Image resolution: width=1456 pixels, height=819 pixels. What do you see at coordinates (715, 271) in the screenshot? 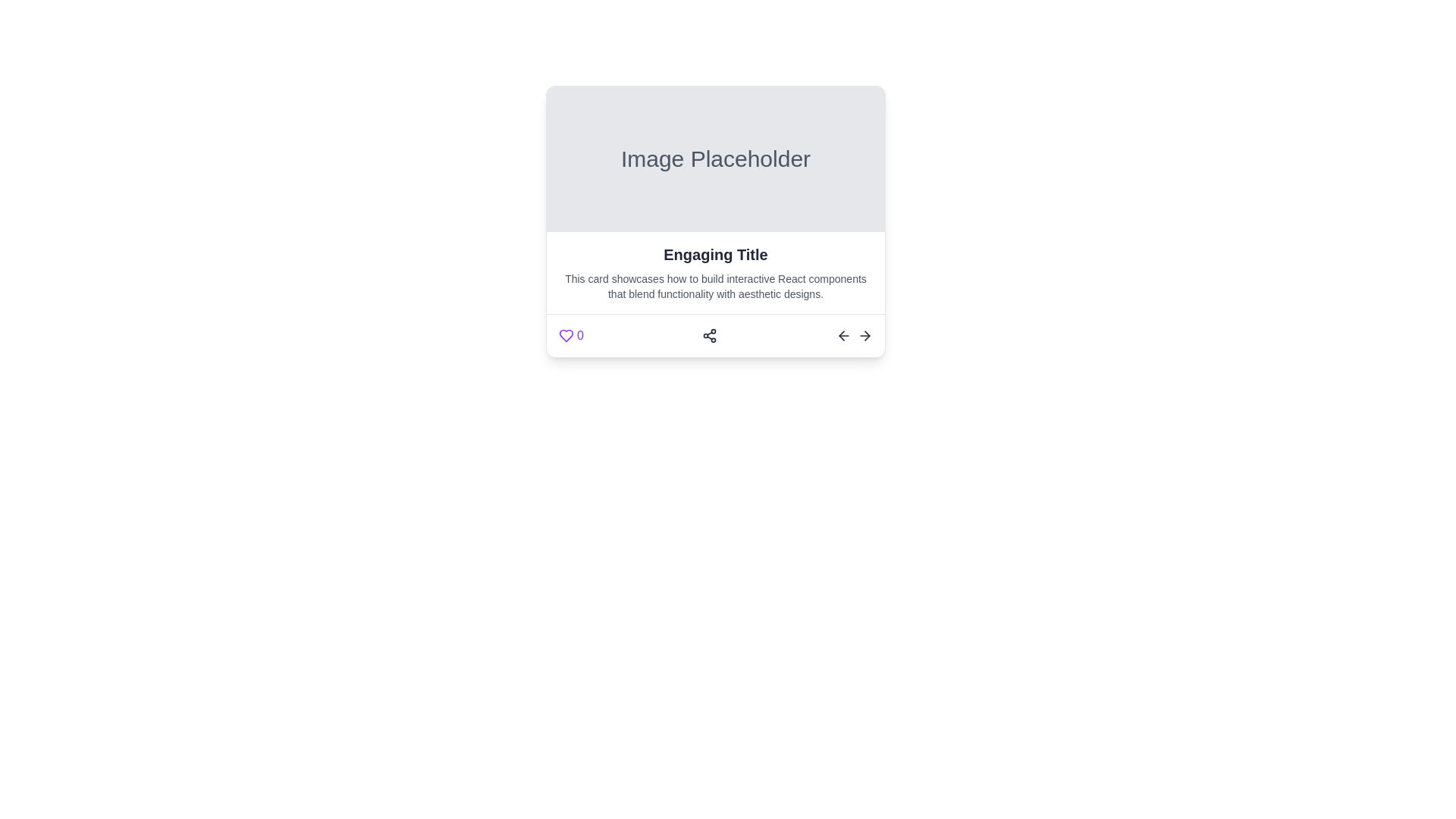
I see `the text block that contains a title and description, located below the placeholder image within the card component` at bounding box center [715, 271].